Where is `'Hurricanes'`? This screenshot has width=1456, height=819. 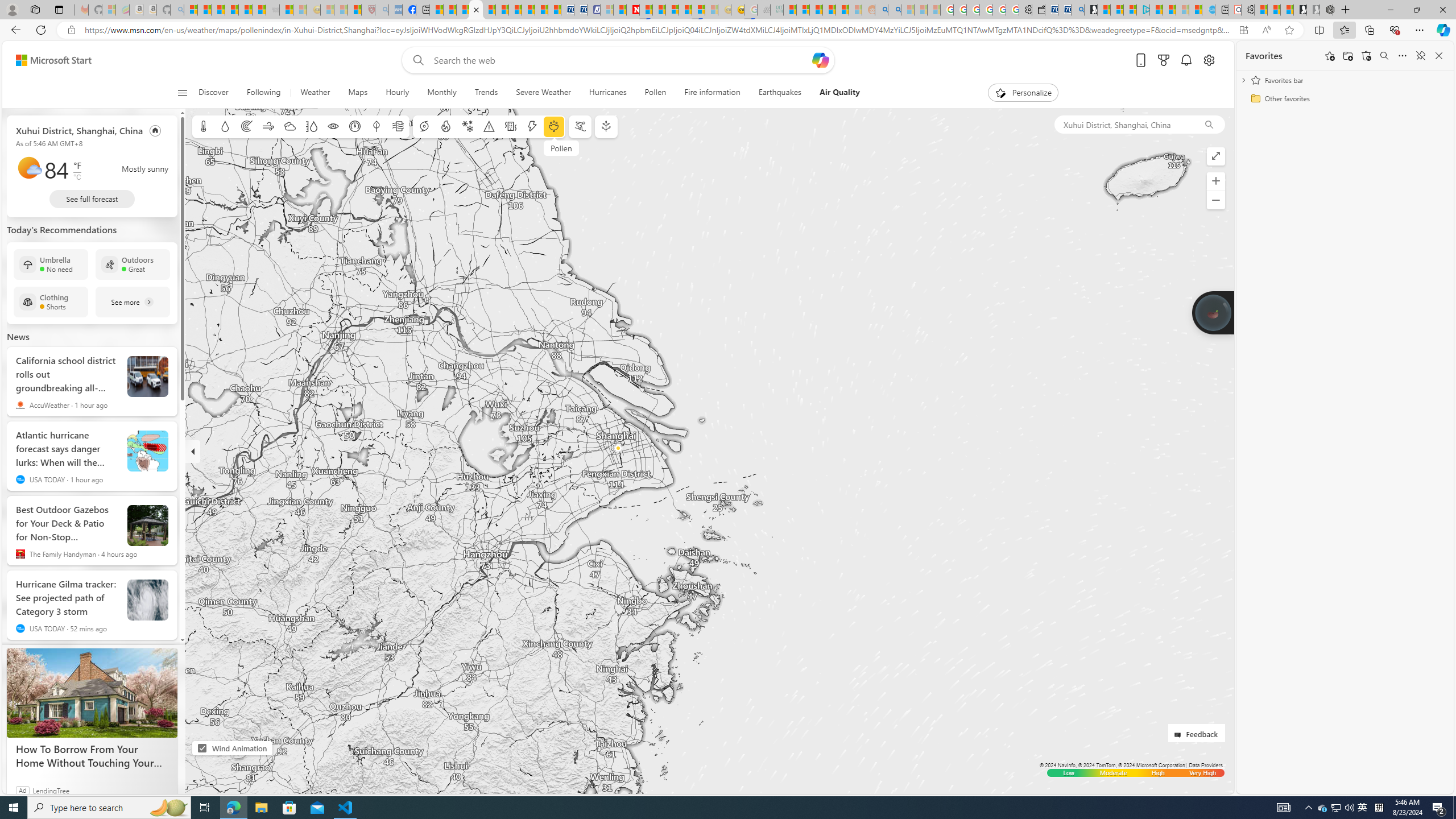 'Hurricanes' is located at coordinates (607, 92).